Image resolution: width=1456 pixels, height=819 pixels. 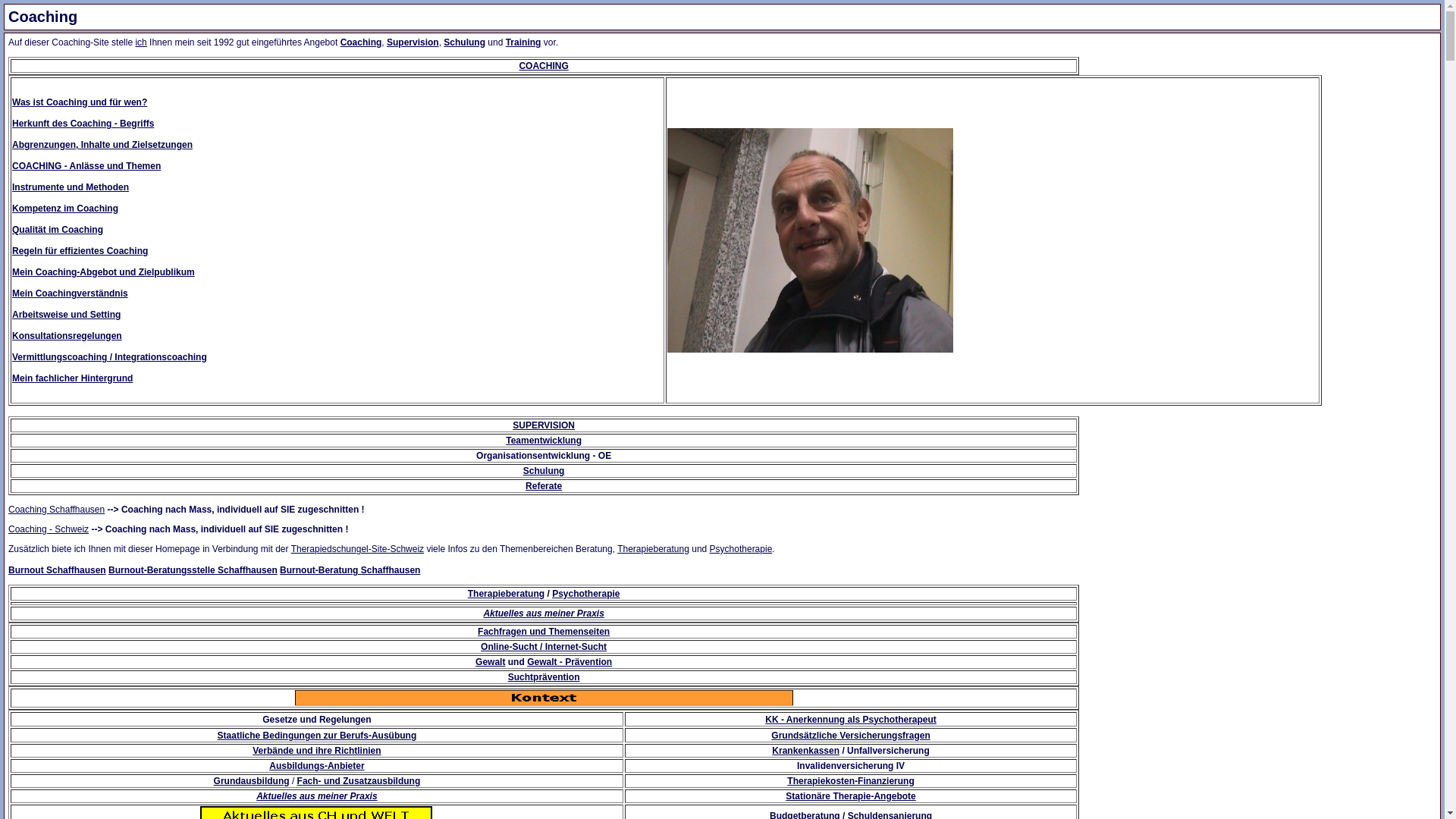 What do you see at coordinates (66, 335) in the screenshot?
I see `'Konsultationsregelungen'` at bounding box center [66, 335].